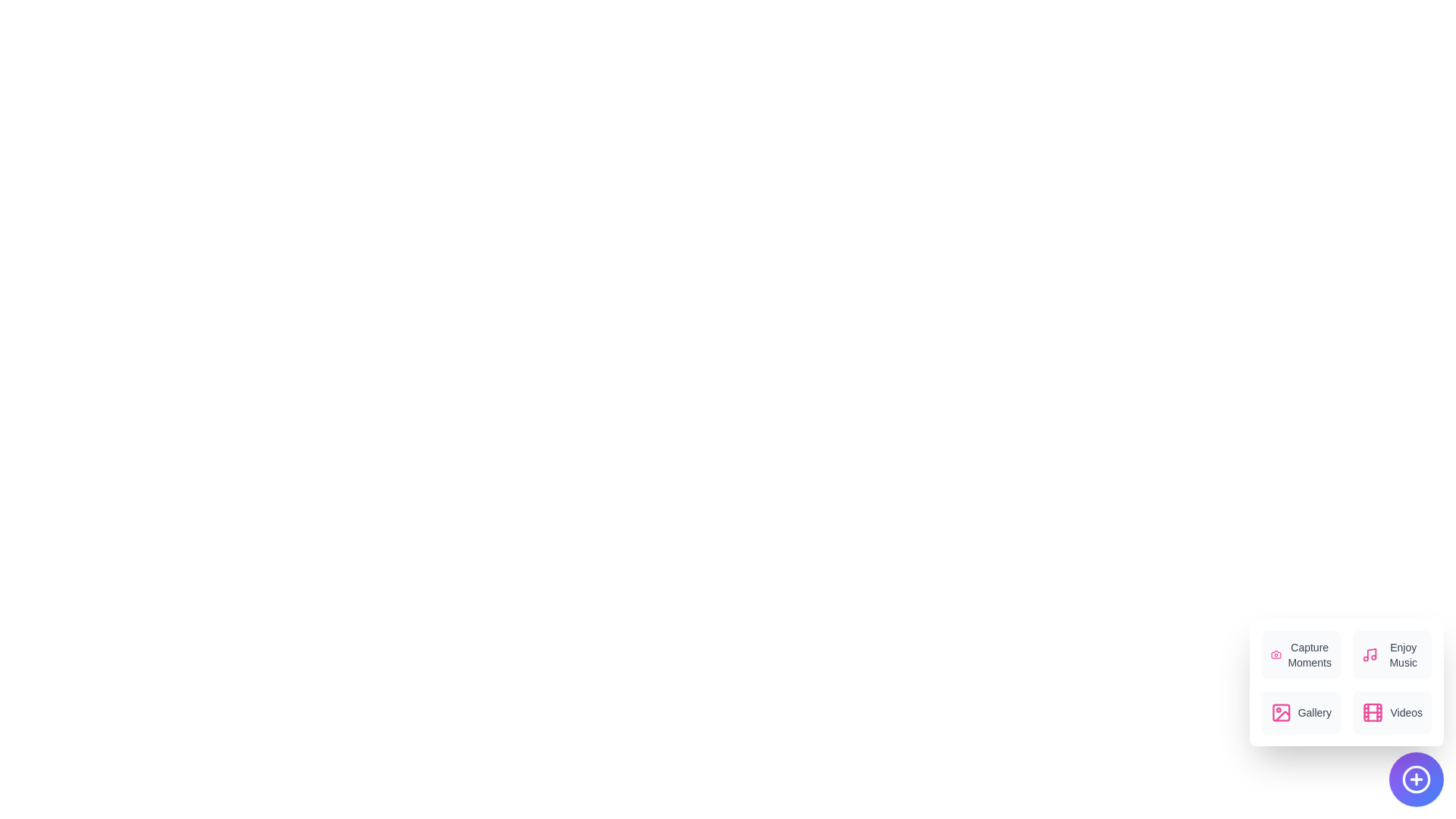  What do you see at coordinates (1301, 654) in the screenshot?
I see `the menu item labeled 'Capture Moments' to observe its hover effect` at bounding box center [1301, 654].